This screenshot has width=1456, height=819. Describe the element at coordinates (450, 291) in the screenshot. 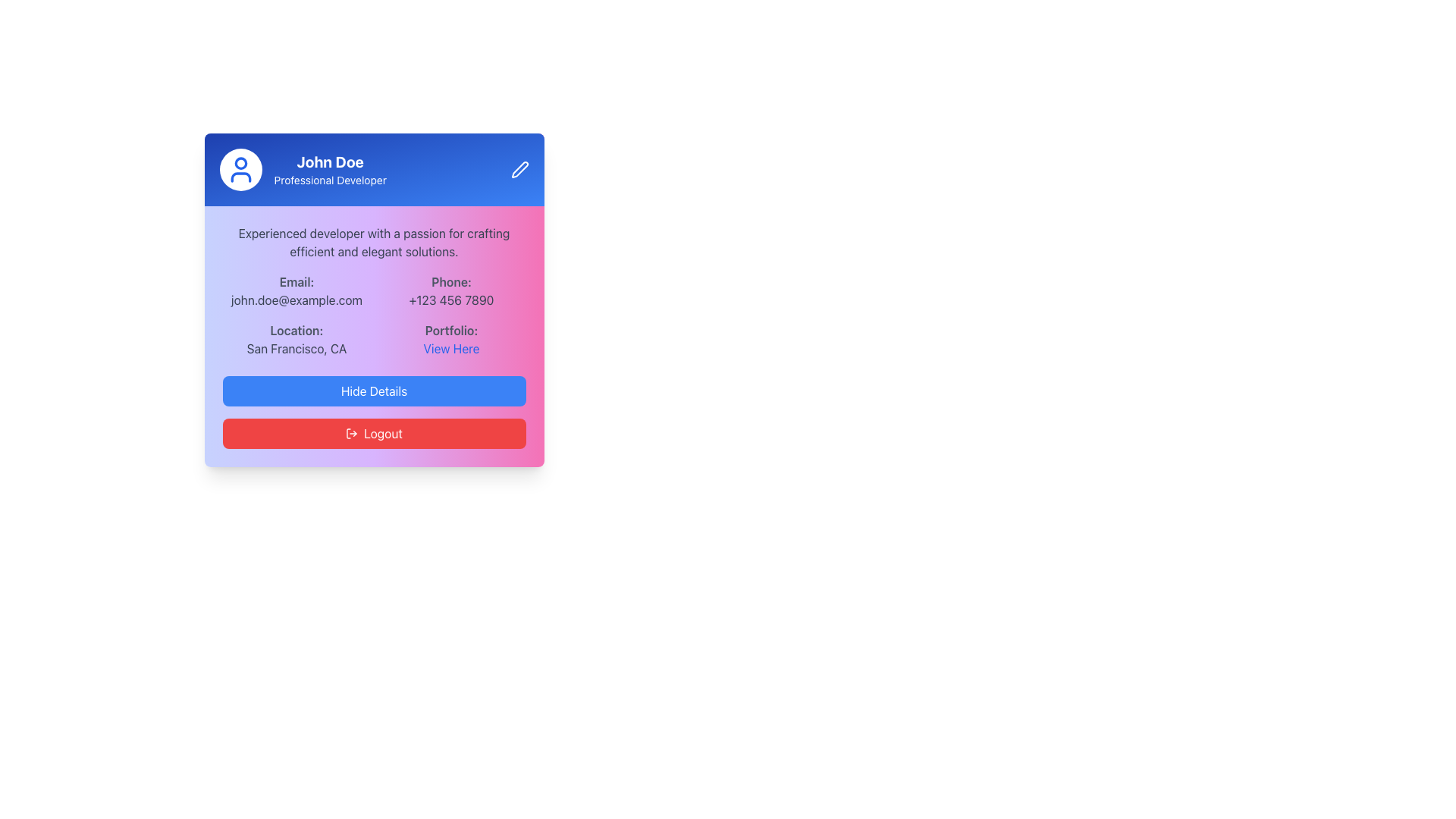

I see `the static text field displaying 'Phone:' and the phone number '+123 456 7890', which is located in the right column of a two-column layout` at that location.